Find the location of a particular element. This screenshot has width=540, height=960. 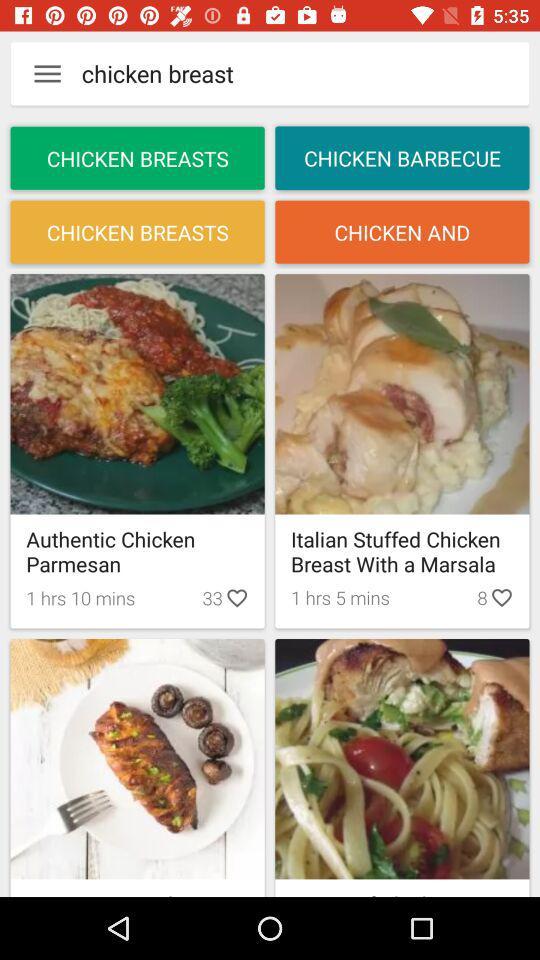

last row 1st image of the page is located at coordinates (137, 757).